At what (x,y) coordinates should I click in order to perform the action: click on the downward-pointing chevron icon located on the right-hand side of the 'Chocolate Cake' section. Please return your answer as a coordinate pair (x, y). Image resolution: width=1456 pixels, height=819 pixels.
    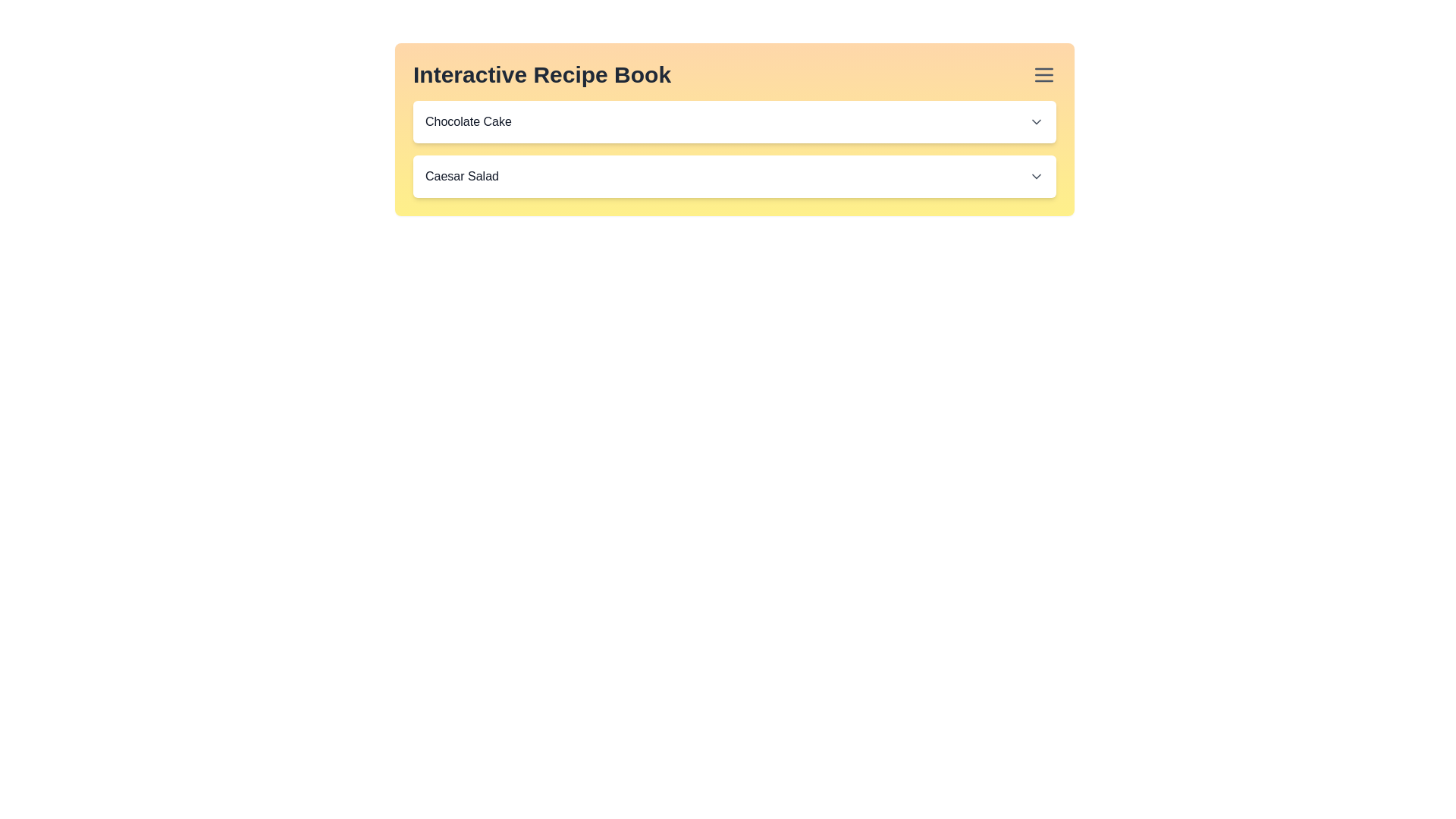
    Looking at the image, I should click on (1036, 121).